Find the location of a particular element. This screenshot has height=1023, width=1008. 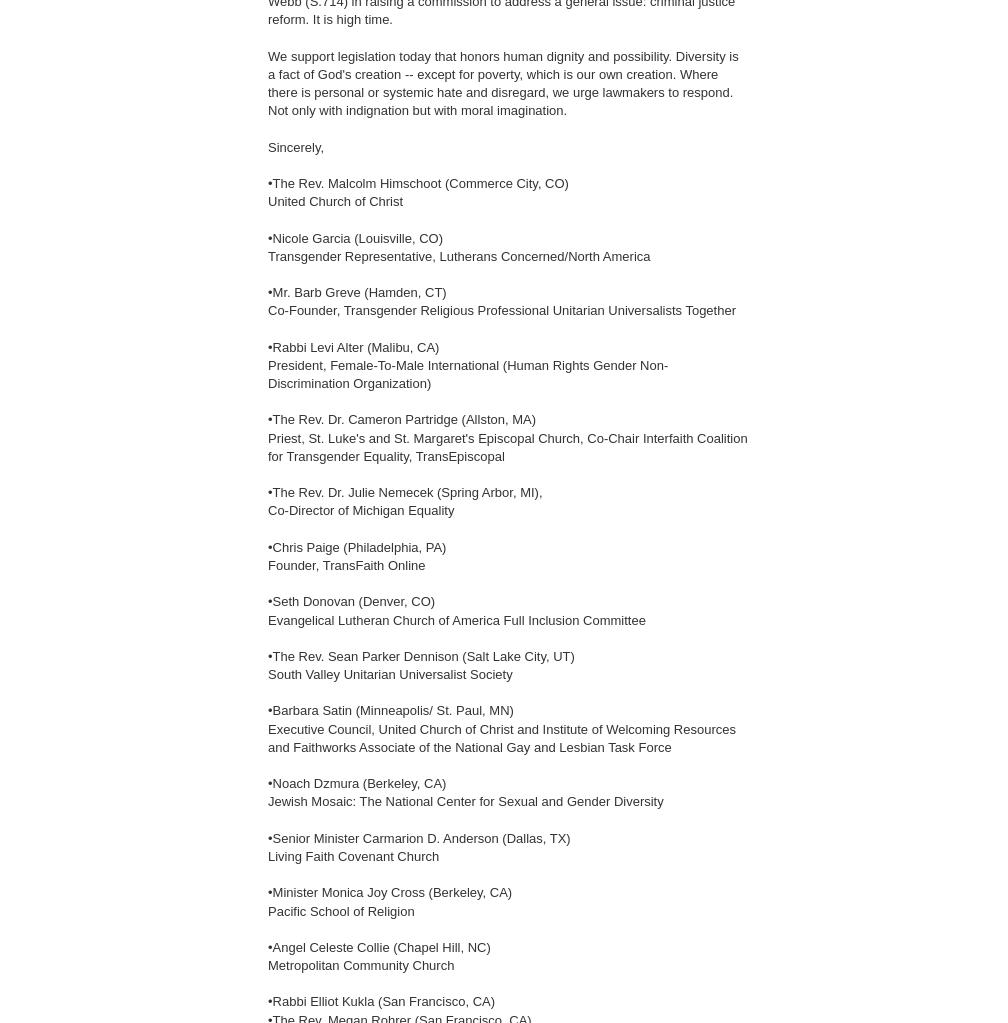

'United Church of Christ' is located at coordinates (335, 200).